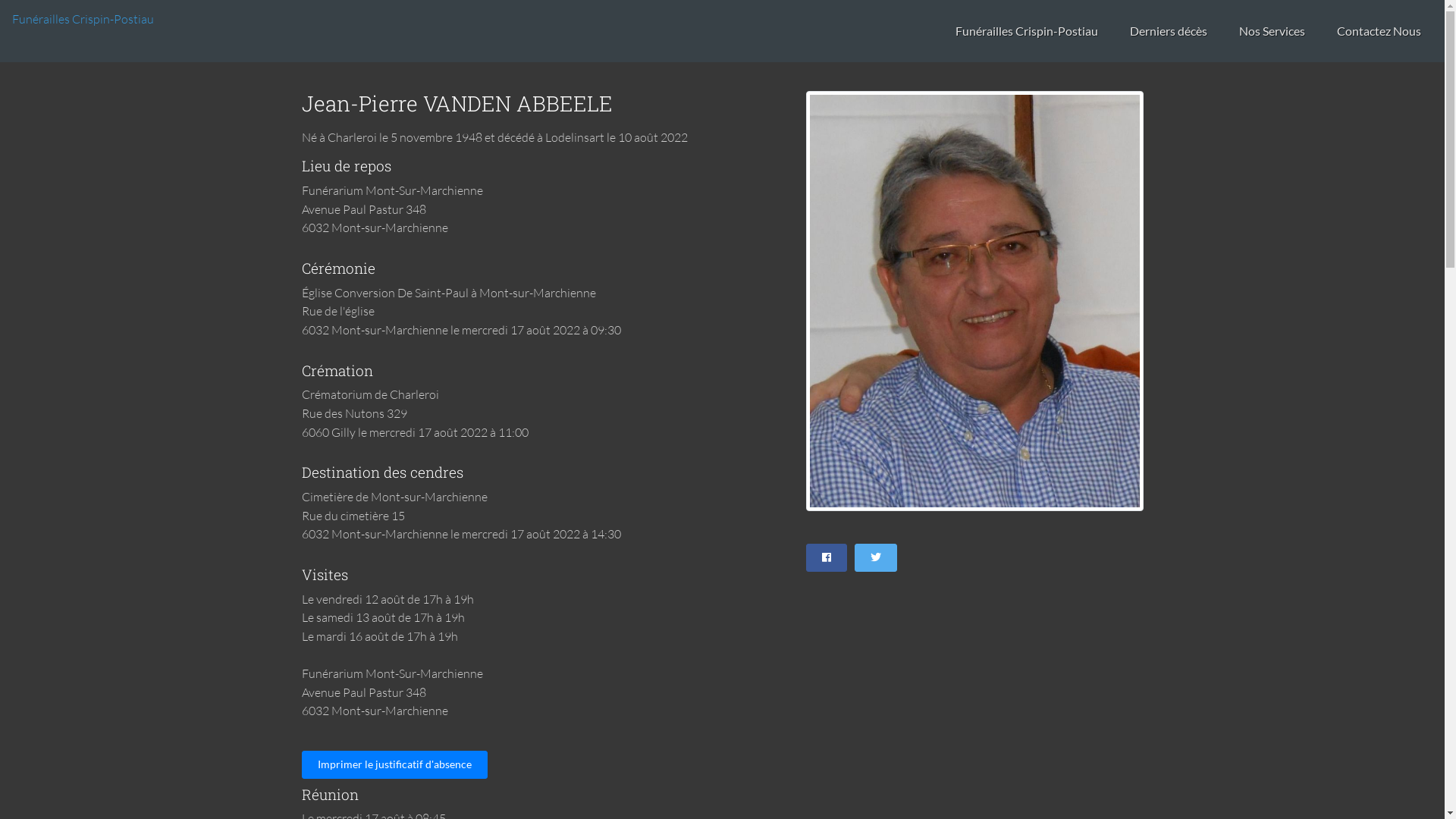  What do you see at coordinates (1226, 31) in the screenshot?
I see `'Nos Services'` at bounding box center [1226, 31].